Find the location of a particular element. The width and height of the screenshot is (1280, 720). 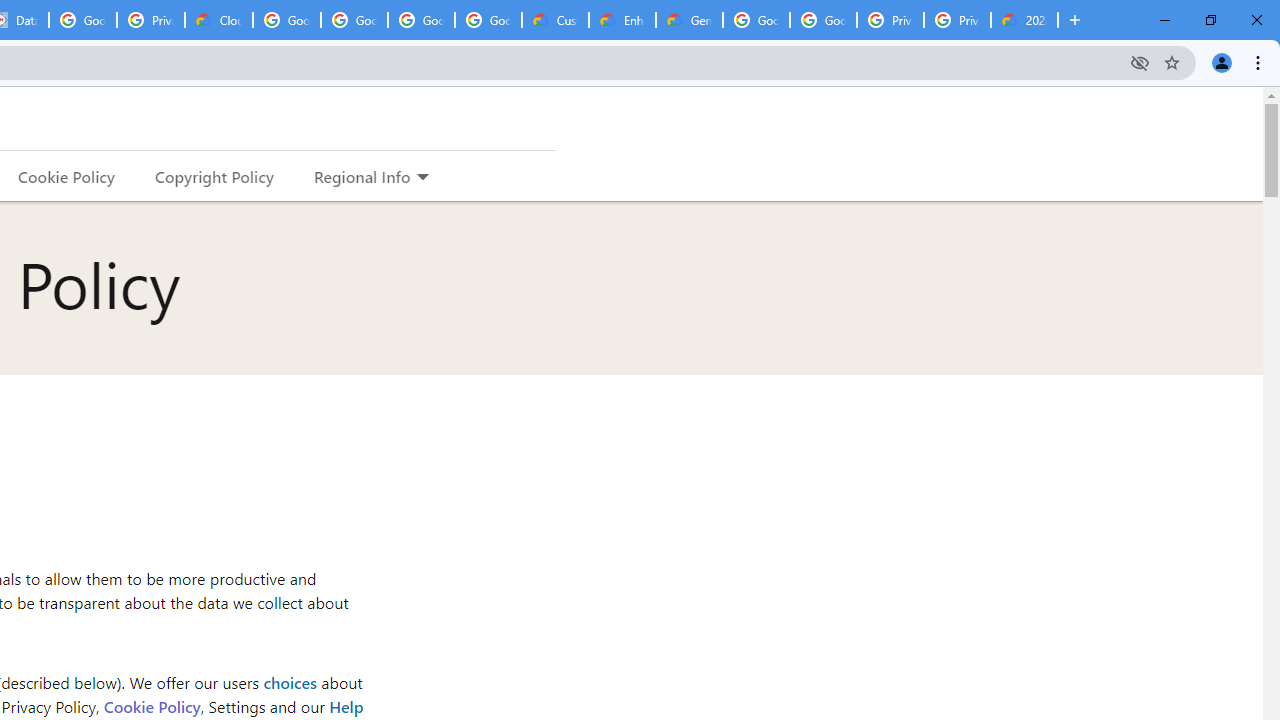

'Cookie Policy' is located at coordinates (150, 705).